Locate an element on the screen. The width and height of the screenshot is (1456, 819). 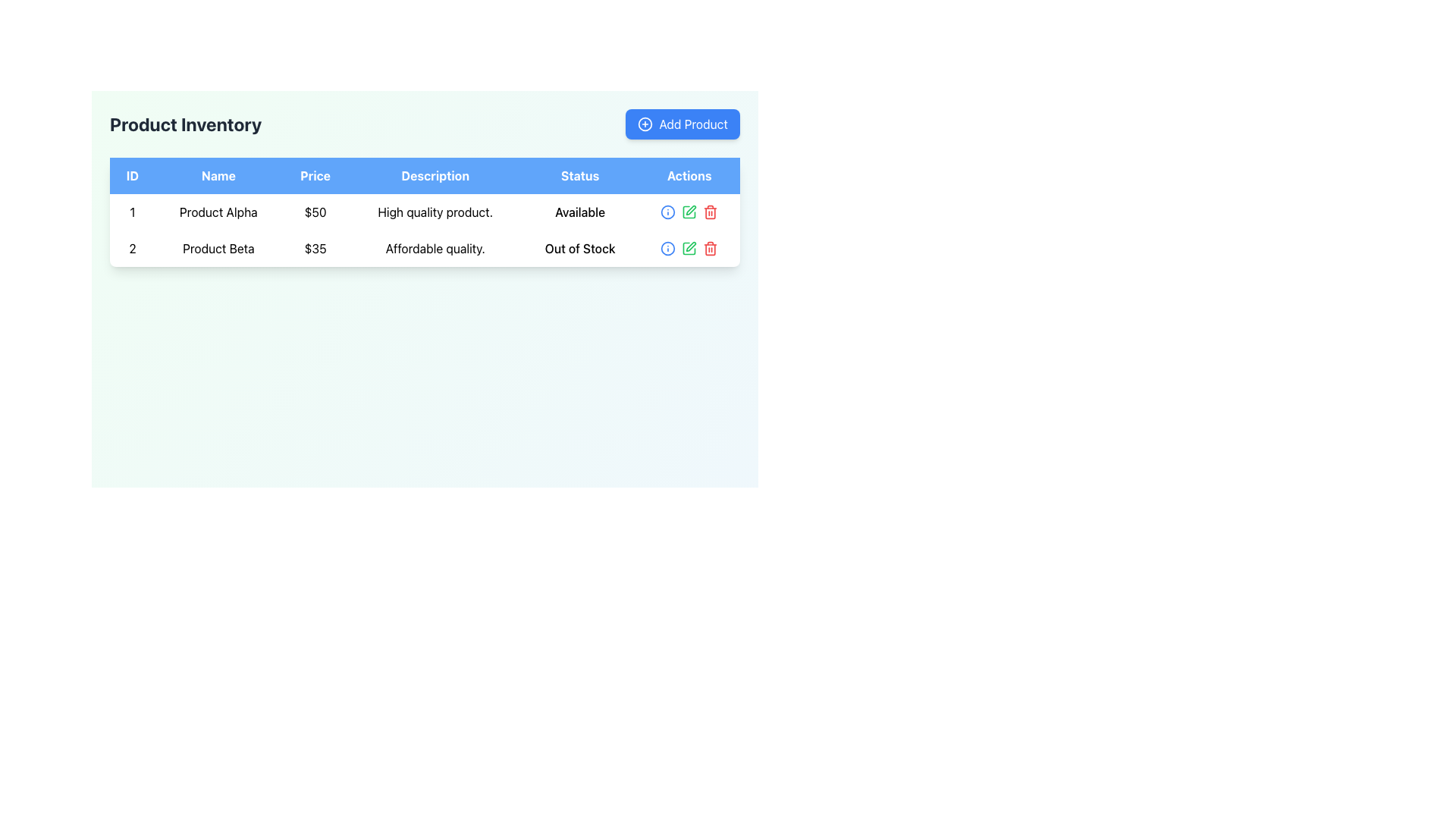
the price text indicating the cost of 'Product Alpha' in the first row of the product inventory table is located at coordinates (315, 212).